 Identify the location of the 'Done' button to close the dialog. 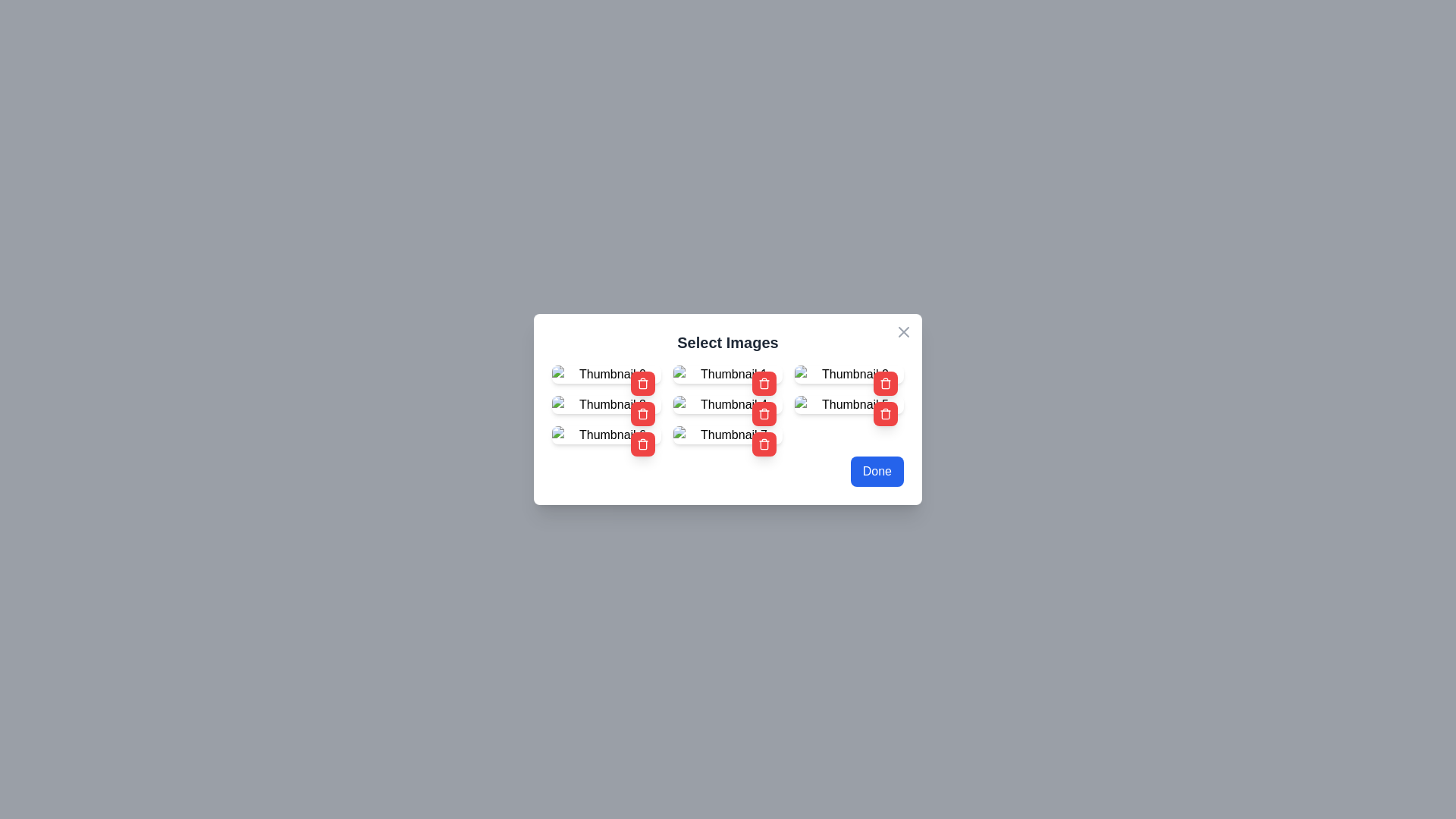
(877, 470).